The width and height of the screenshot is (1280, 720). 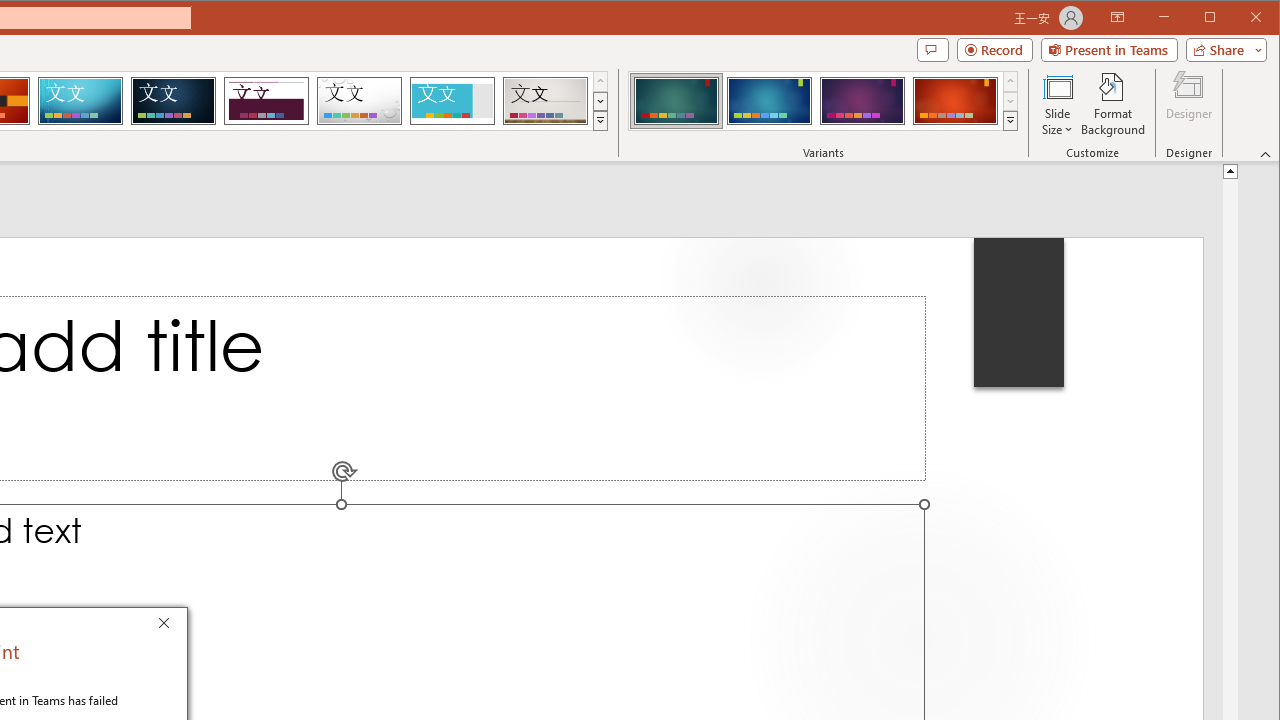 What do you see at coordinates (676, 100) in the screenshot?
I see `'Ion Variant 1'` at bounding box center [676, 100].